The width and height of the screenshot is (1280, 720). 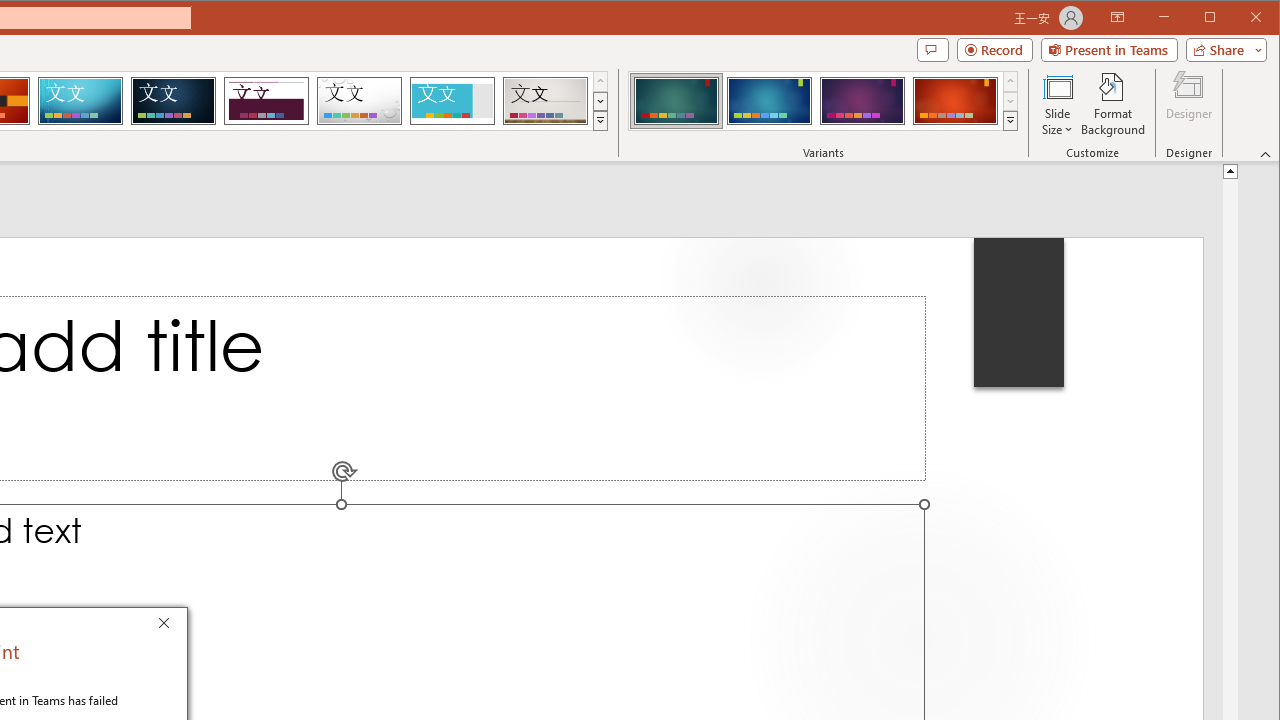 What do you see at coordinates (676, 100) in the screenshot?
I see `'Ion Variant 1'` at bounding box center [676, 100].